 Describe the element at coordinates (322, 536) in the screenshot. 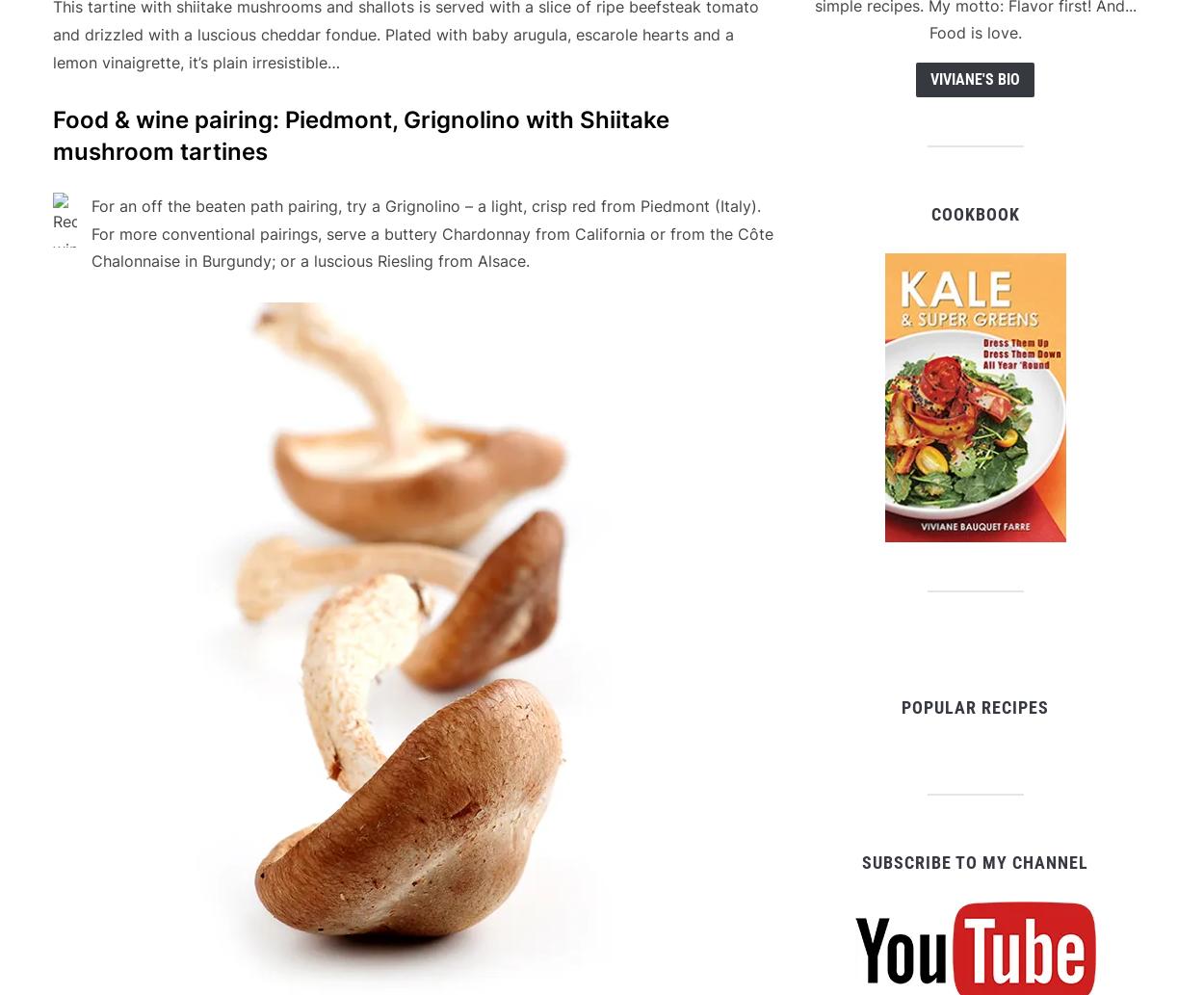

I see `'Save my name, email, and website in this browser for the next time I comment.'` at that location.